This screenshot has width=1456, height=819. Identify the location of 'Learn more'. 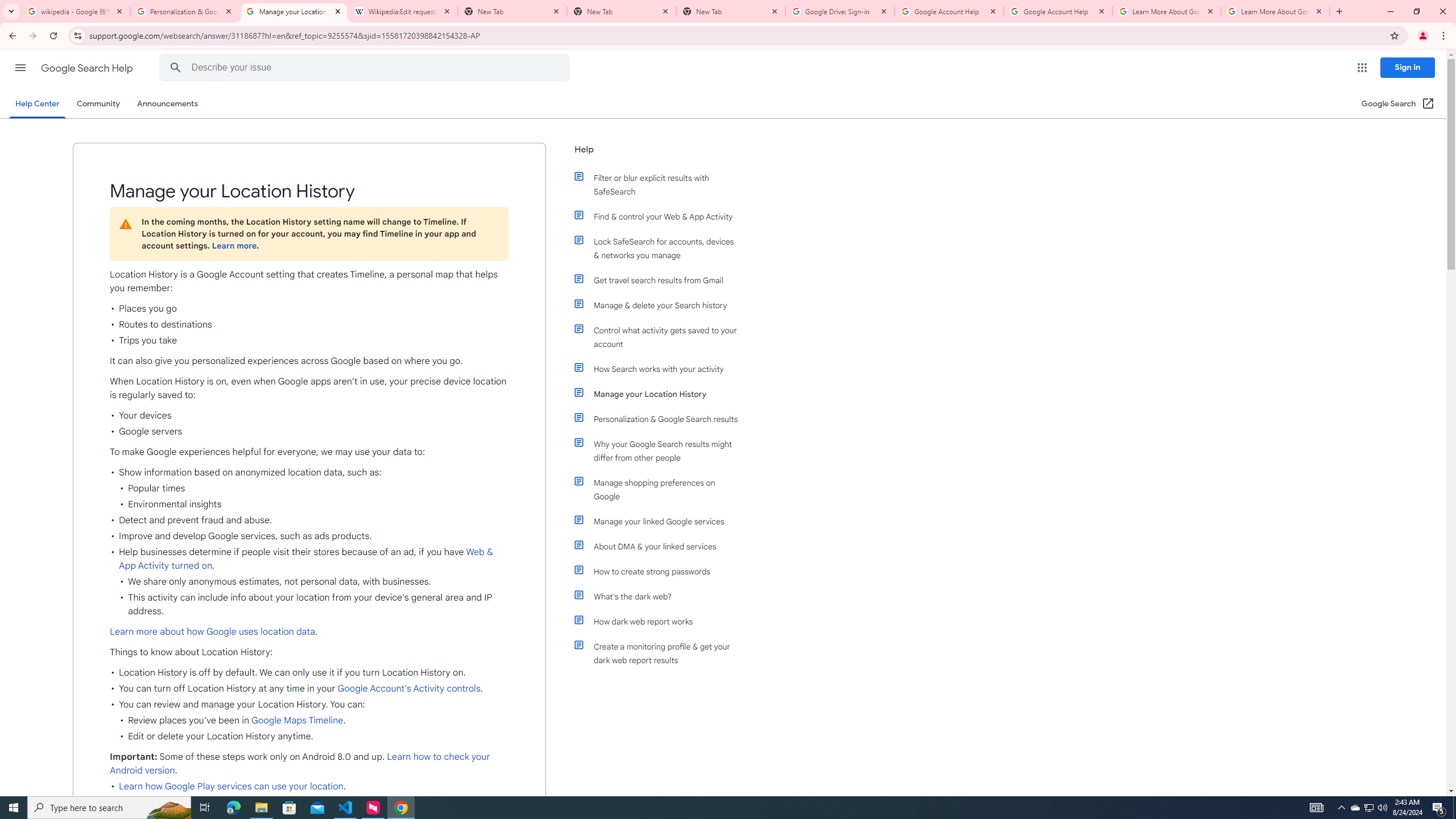
(233, 246).